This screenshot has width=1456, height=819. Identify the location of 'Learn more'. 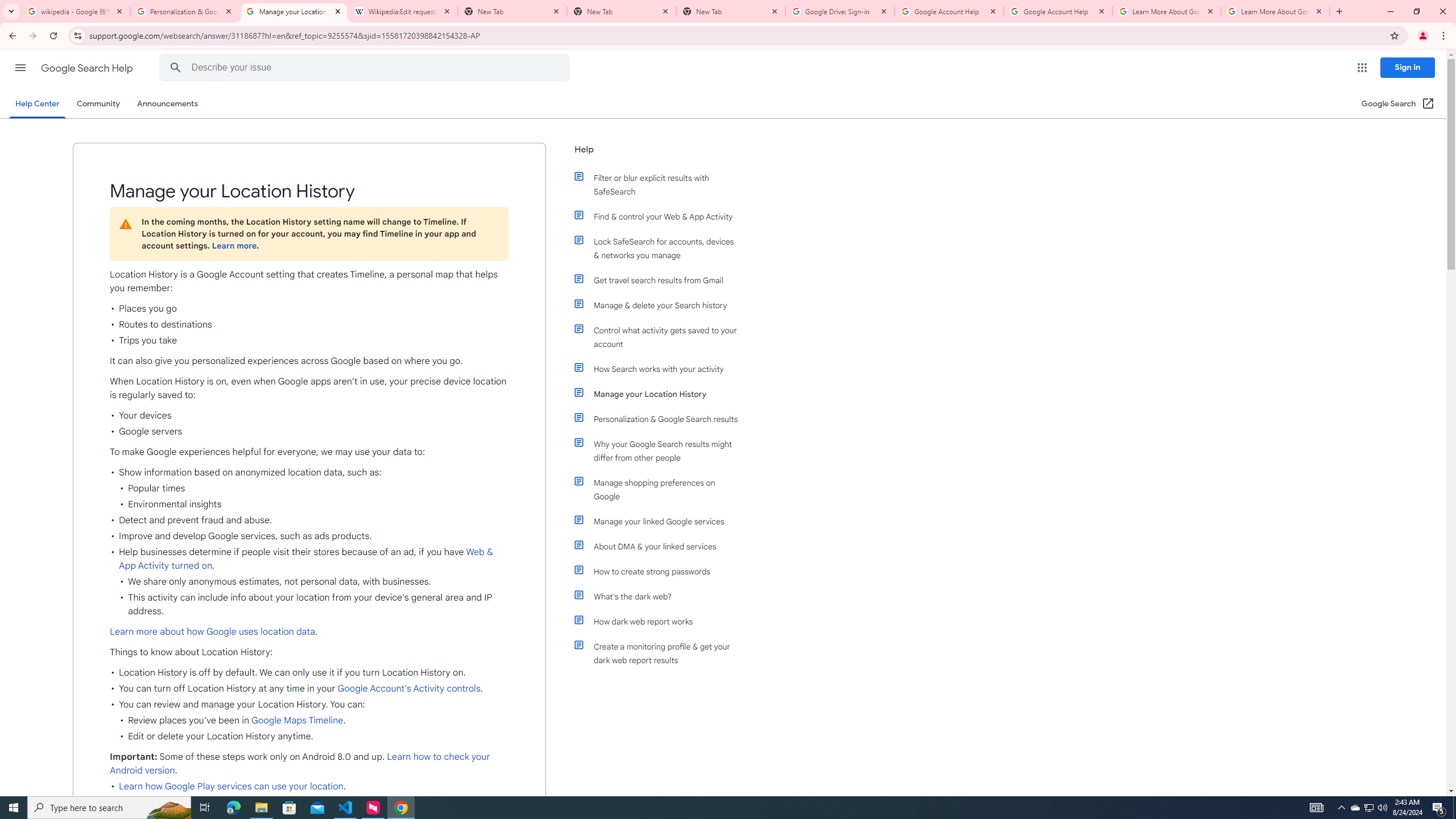
(233, 246).